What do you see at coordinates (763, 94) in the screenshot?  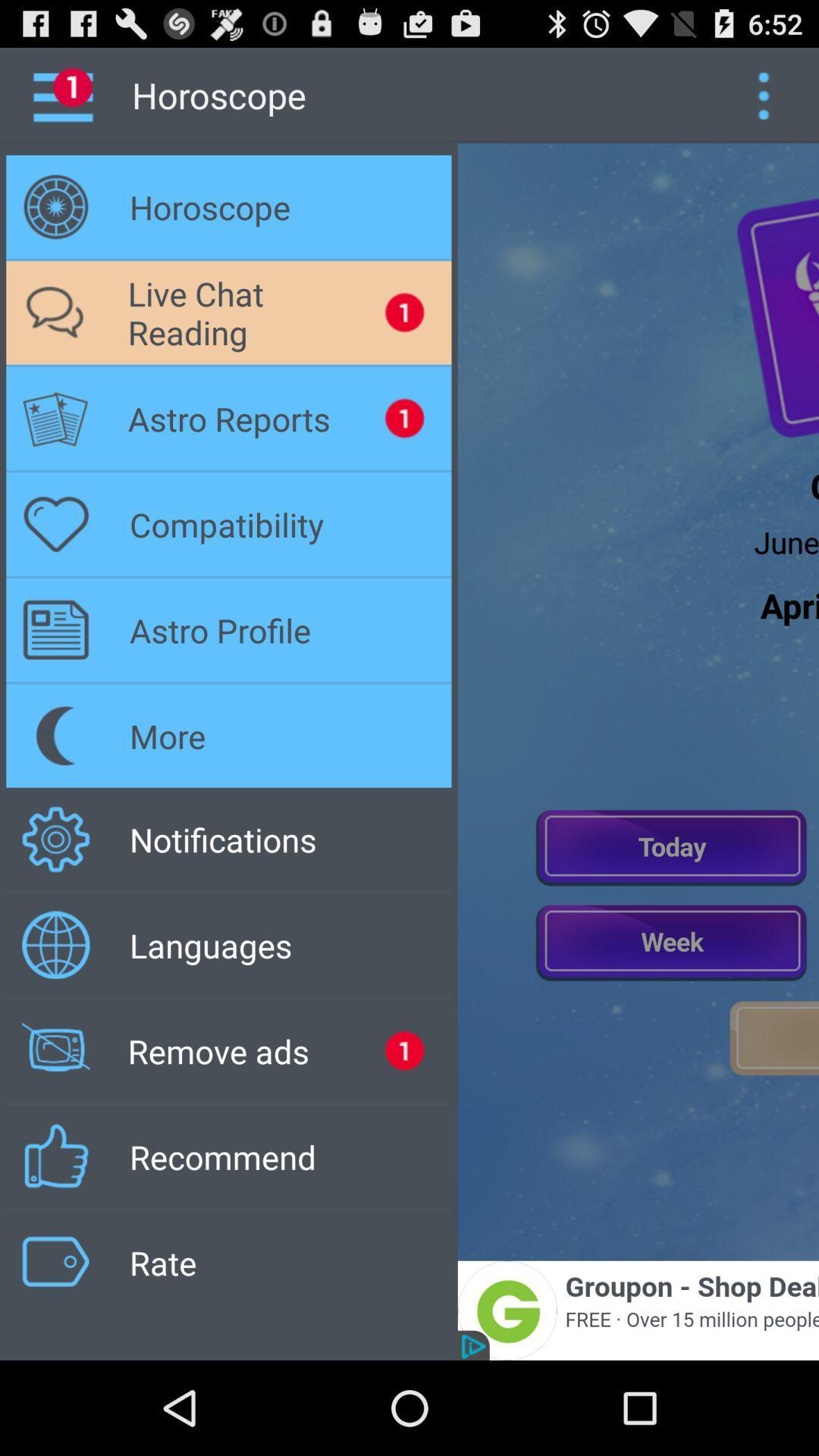 I see `information` at bounding box center [763, 94].